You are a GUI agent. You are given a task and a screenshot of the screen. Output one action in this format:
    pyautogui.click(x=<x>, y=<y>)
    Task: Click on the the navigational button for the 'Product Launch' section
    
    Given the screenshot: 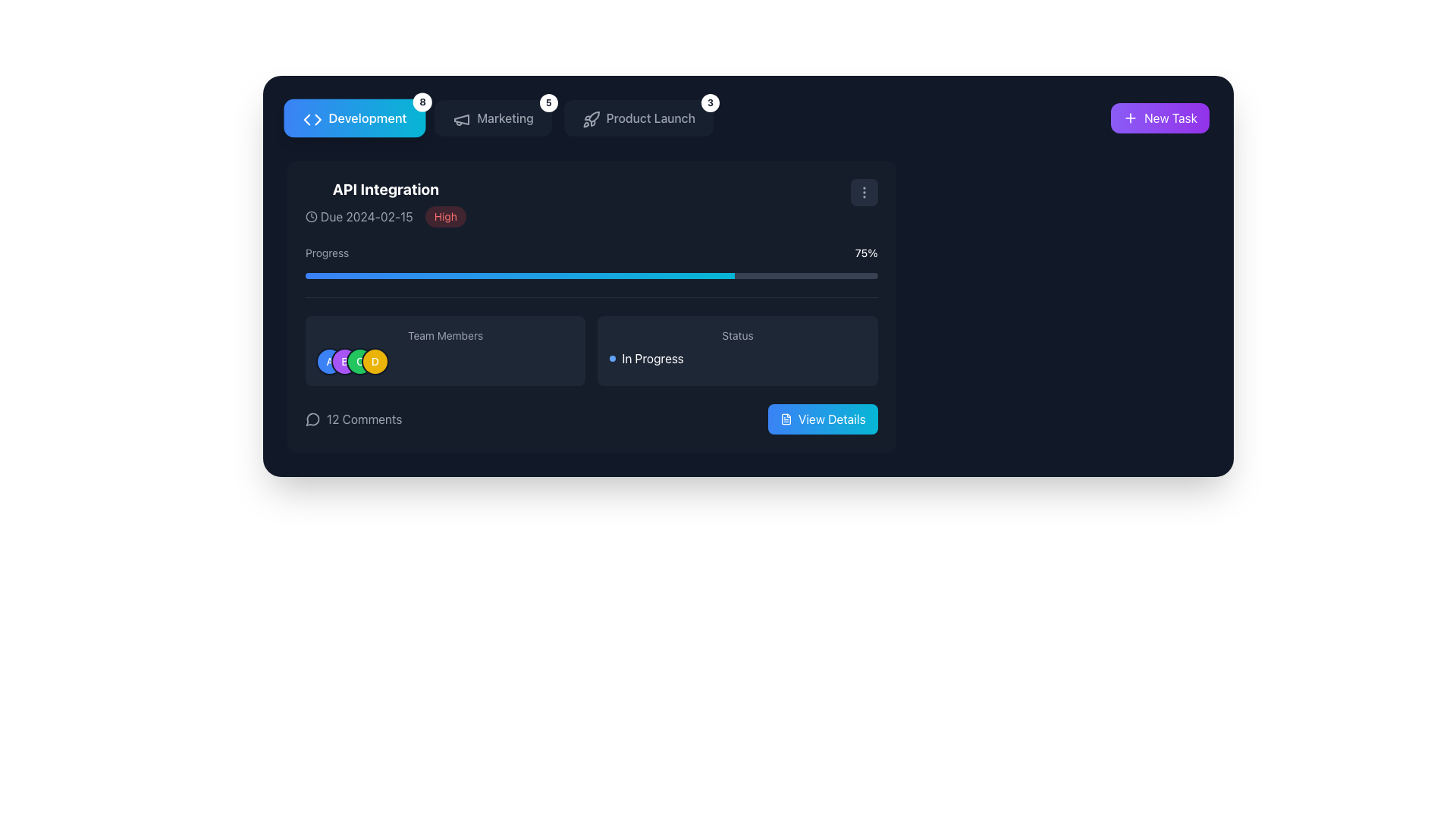 What is the action you would take?
    pyautogui.click(x=639, y=117)
    